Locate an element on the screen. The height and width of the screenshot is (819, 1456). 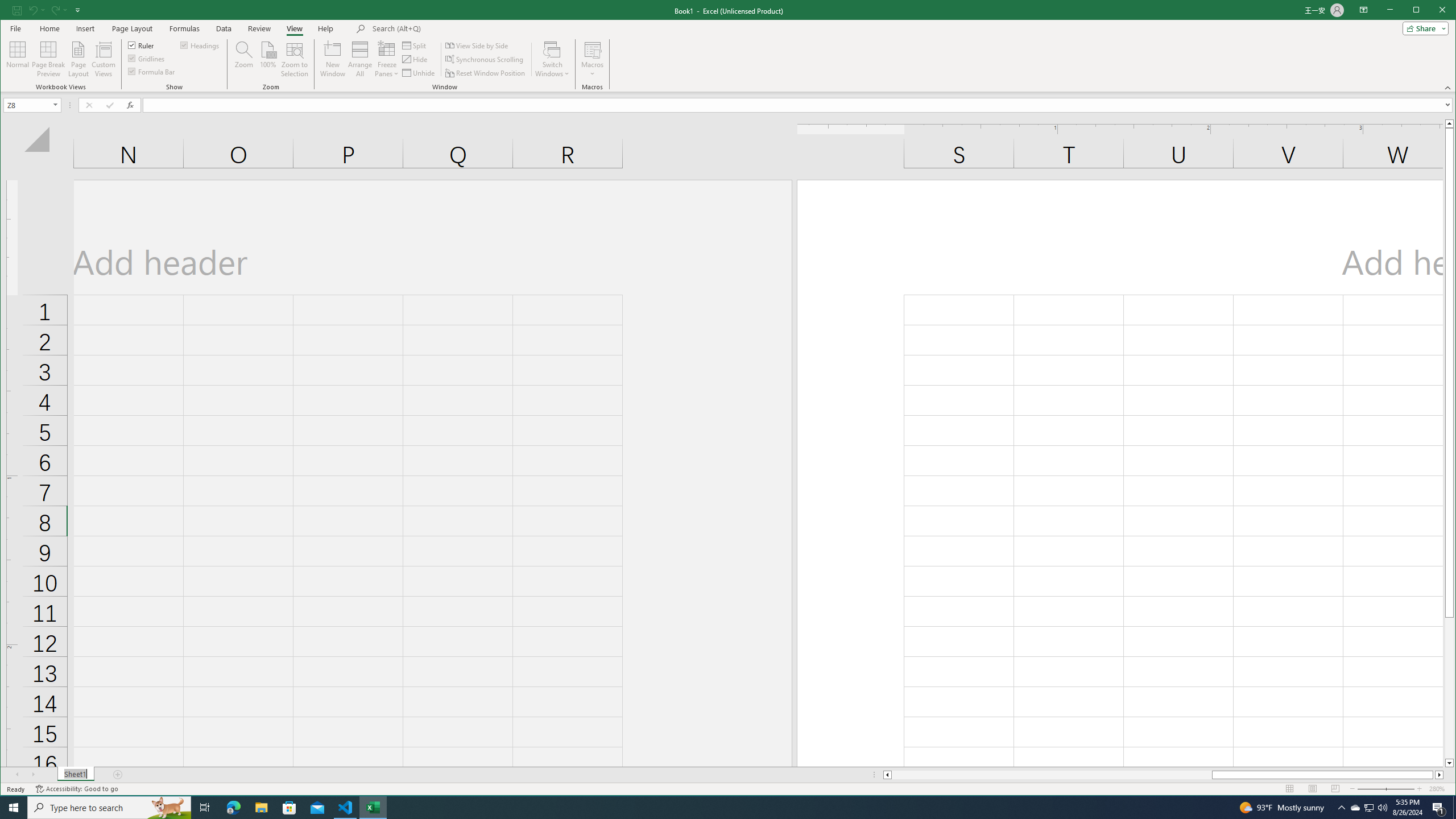
'Show desktop' is located at coordinates (1454, 806).